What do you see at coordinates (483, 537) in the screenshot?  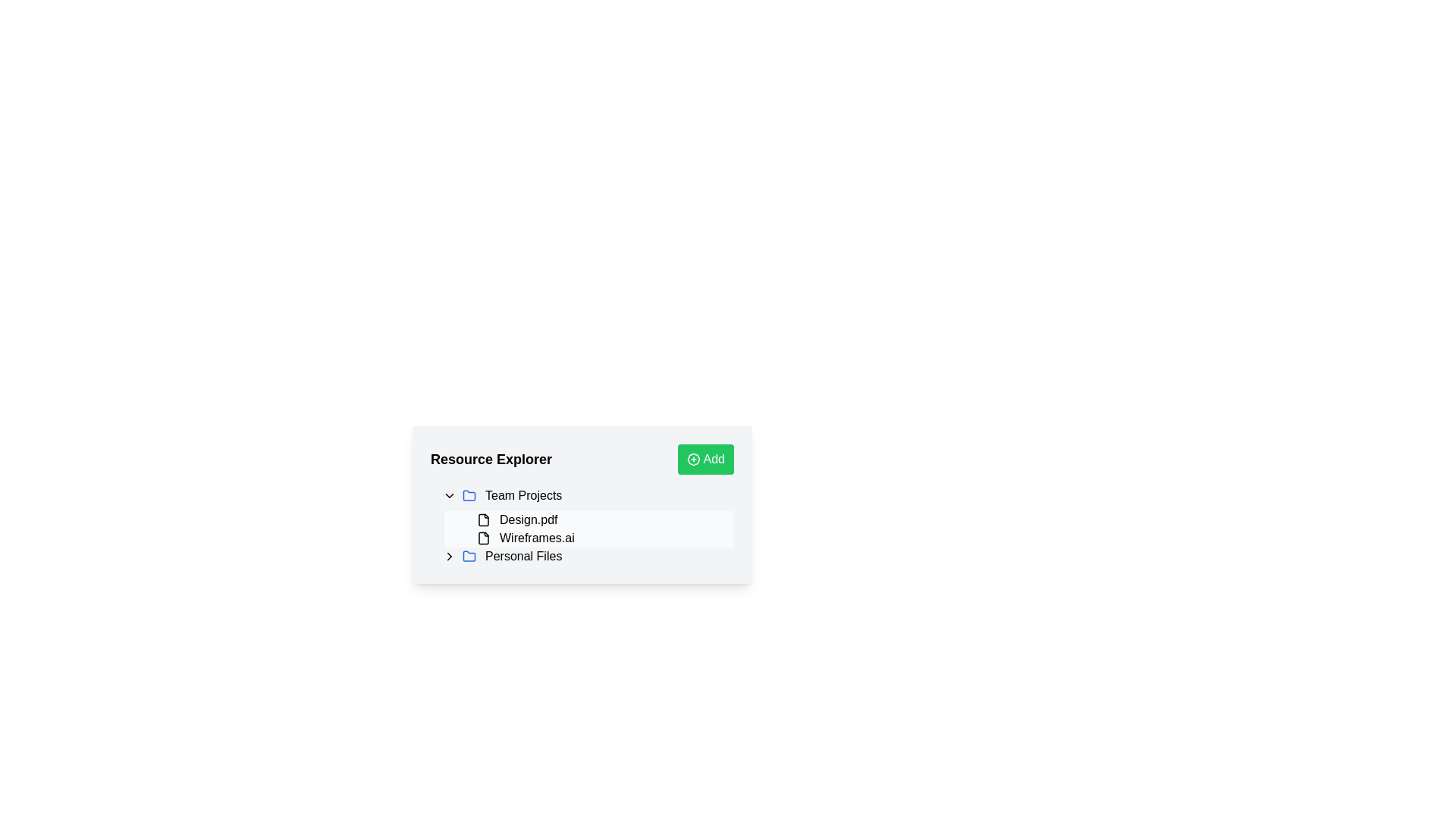 I see `the File type icon, which resembles a document file with a folded corner, located next to the 'Wireframes.ai' text file entry` at bounding box center [483, 537].